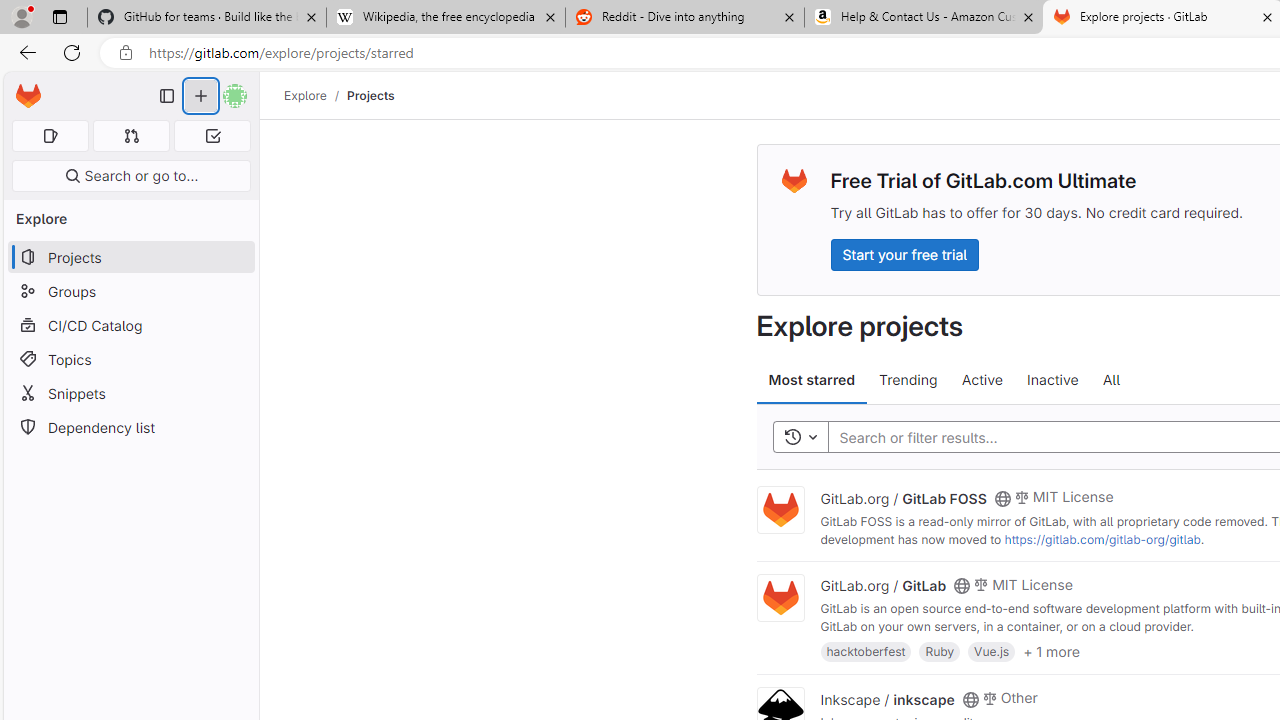  I want to click on 'Class: project', so click(779, 596).